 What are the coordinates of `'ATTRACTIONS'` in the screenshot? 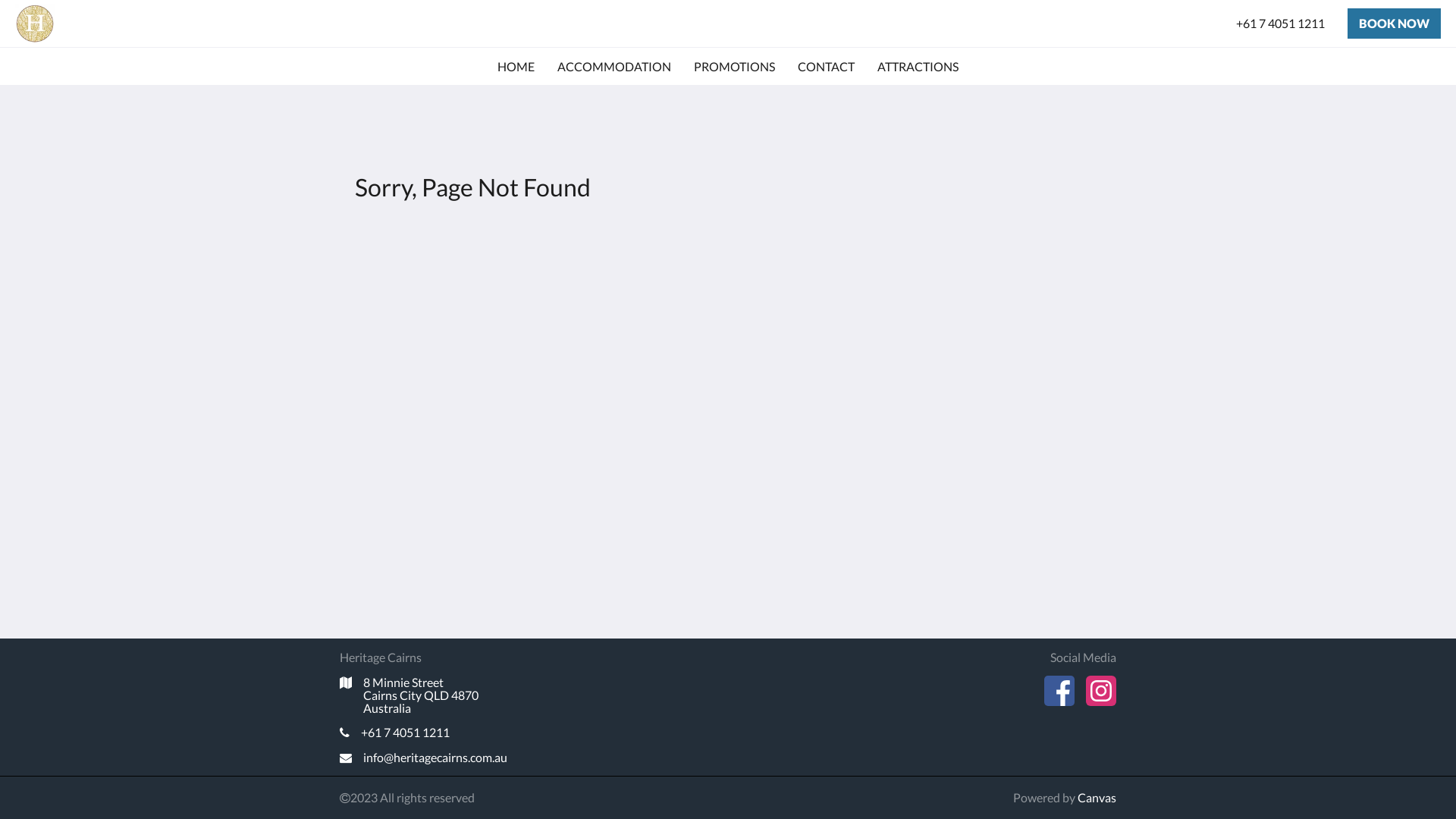 It's located at (917, 66).